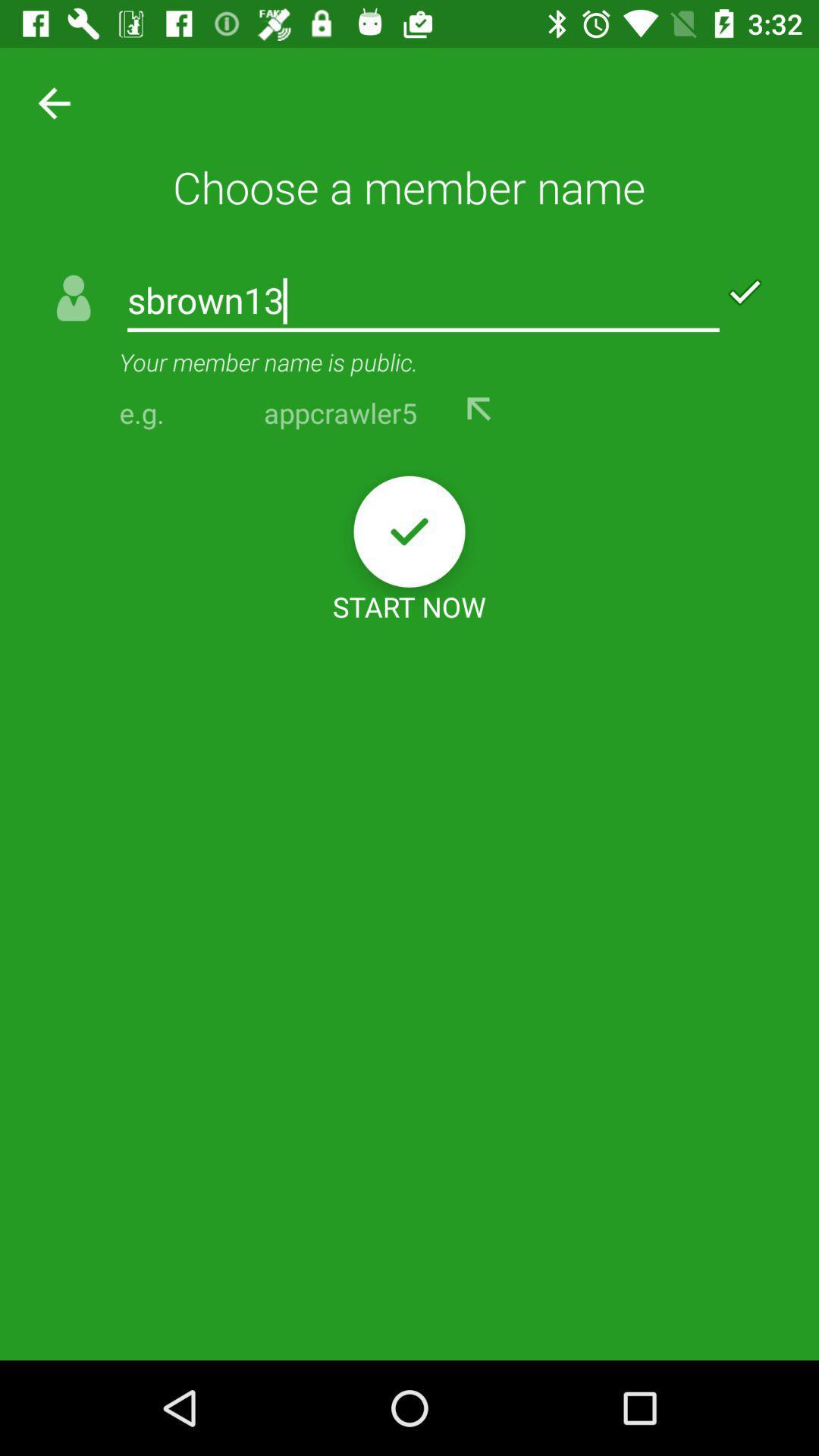 The image size is (819, 1456). Describe the element at coordinates (423, 302) in the screenshot. I see `the sbrown13 item` at that location.